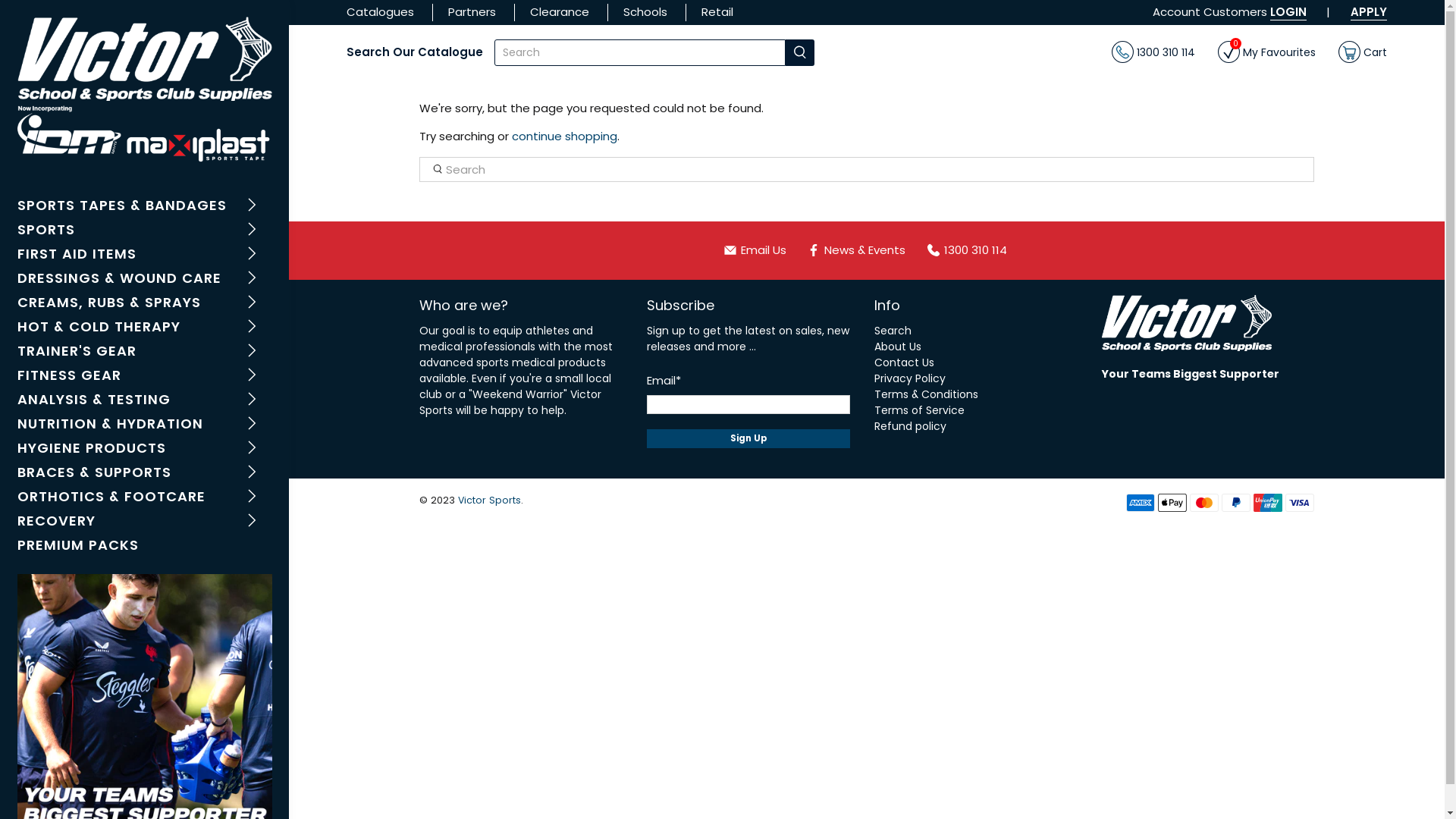 The height and width of the screenshot is (819, 1456). What do you see at coordinates (471, 11) in the screenshot?
I see `'Partners'` at bounding box center [471, 11].